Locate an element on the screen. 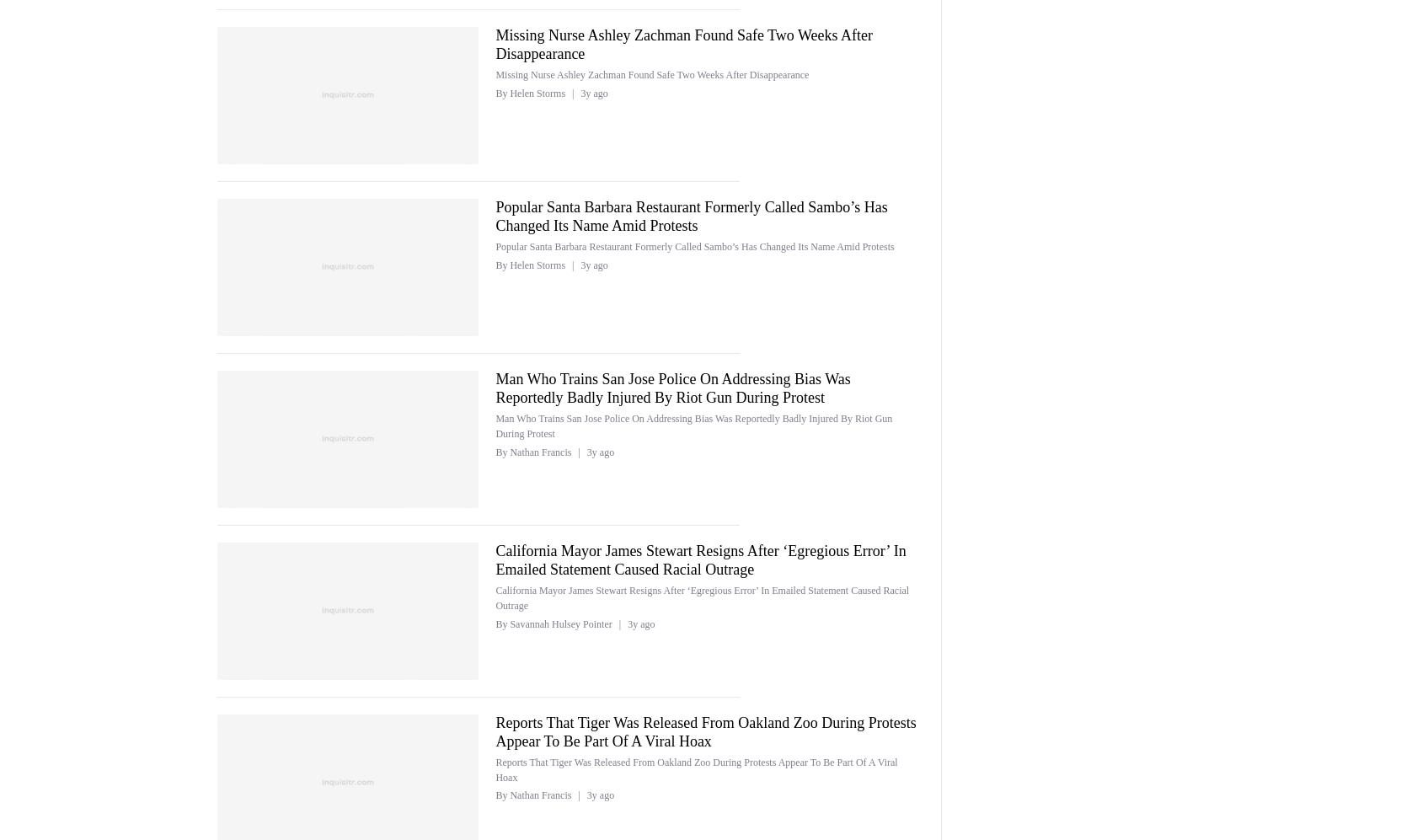 Image resolution: width=1428 pixels, height=840 pixels. 'By Savannah Hulsey Pointer' is located at coordinates (495, 623).